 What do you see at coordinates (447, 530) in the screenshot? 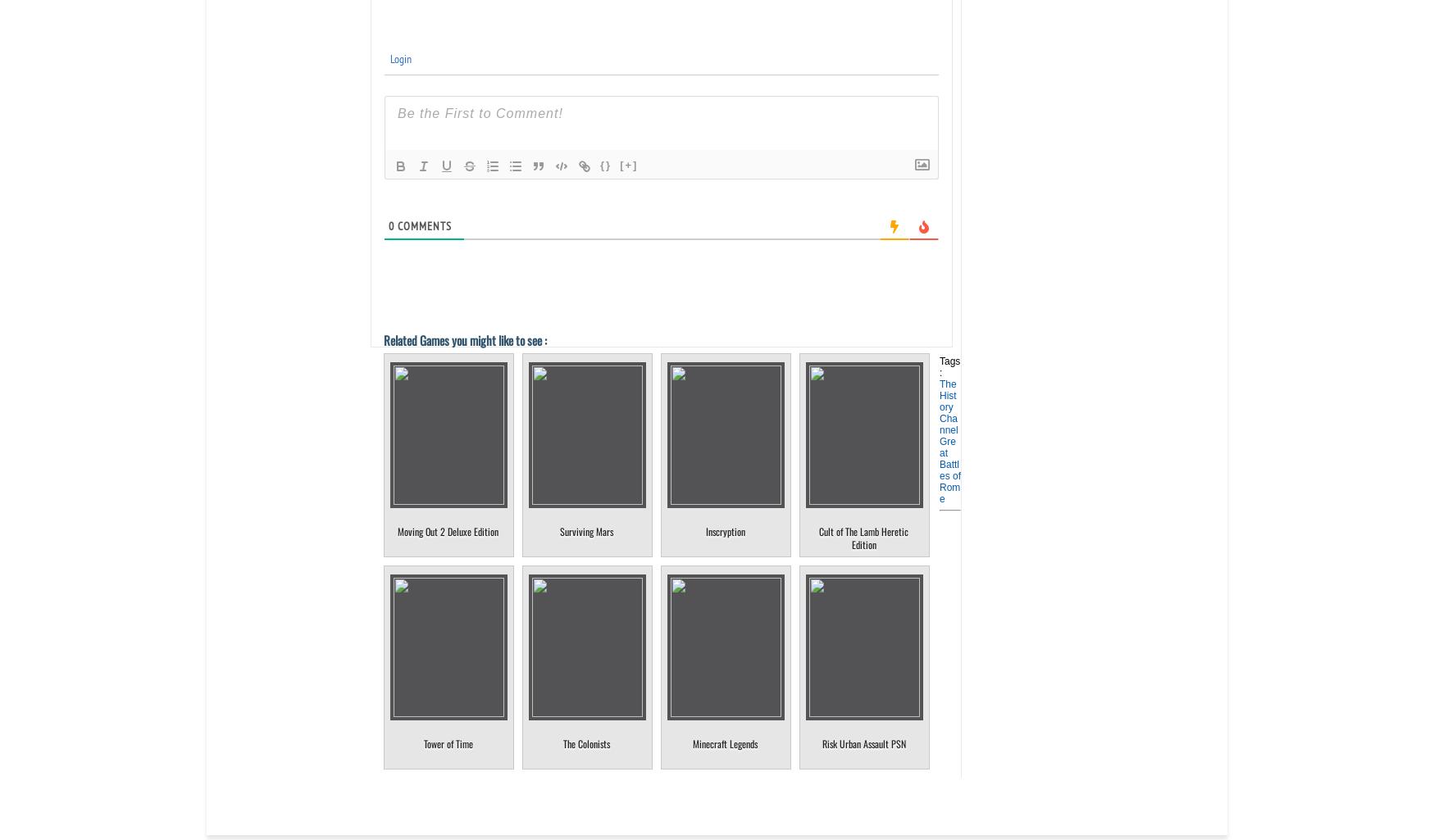
I see `'Moving Out 2 Deluxe Edition'` at bounding box center [447, 530].